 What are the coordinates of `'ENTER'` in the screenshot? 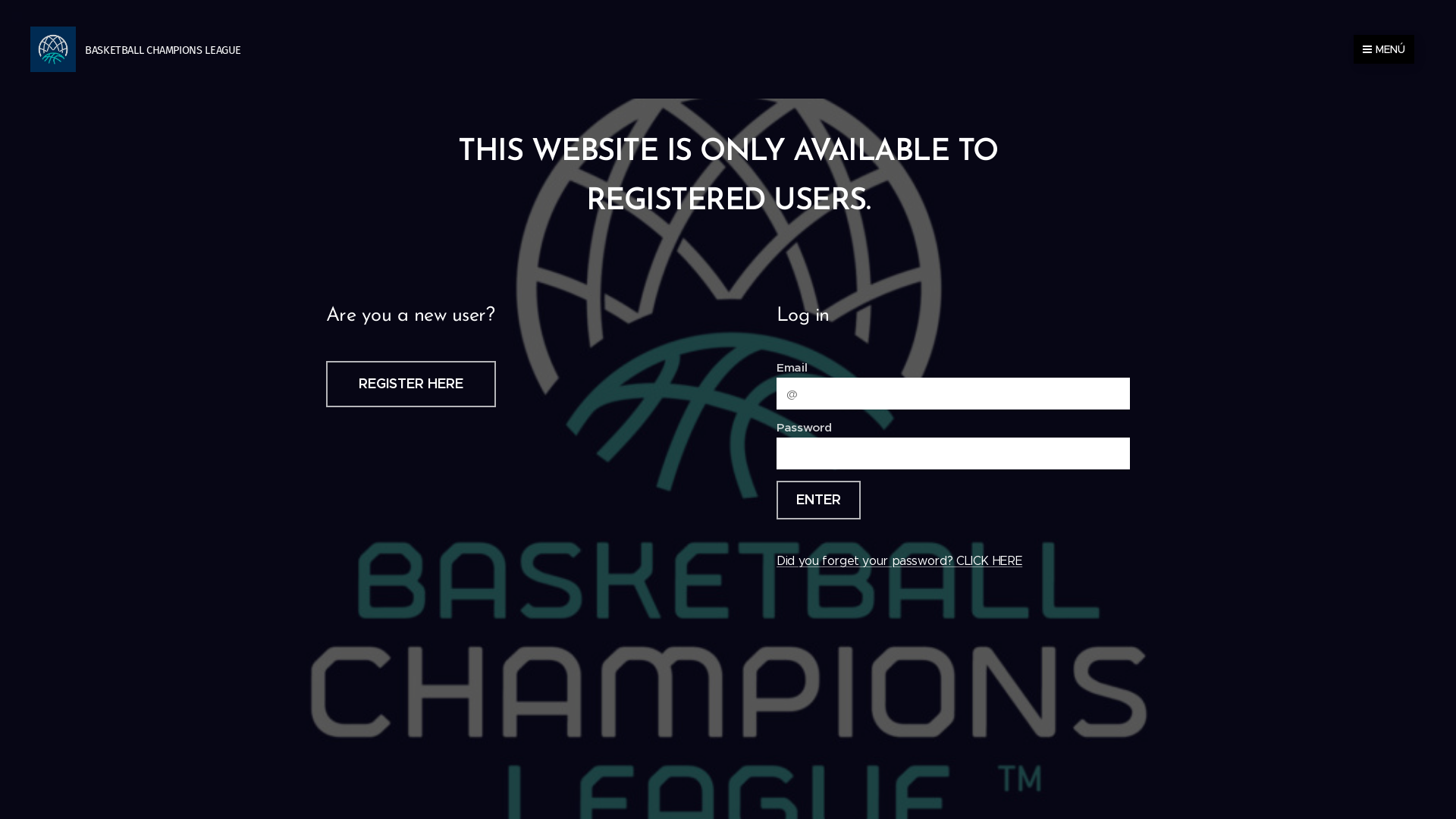 It's located at (817, 500).